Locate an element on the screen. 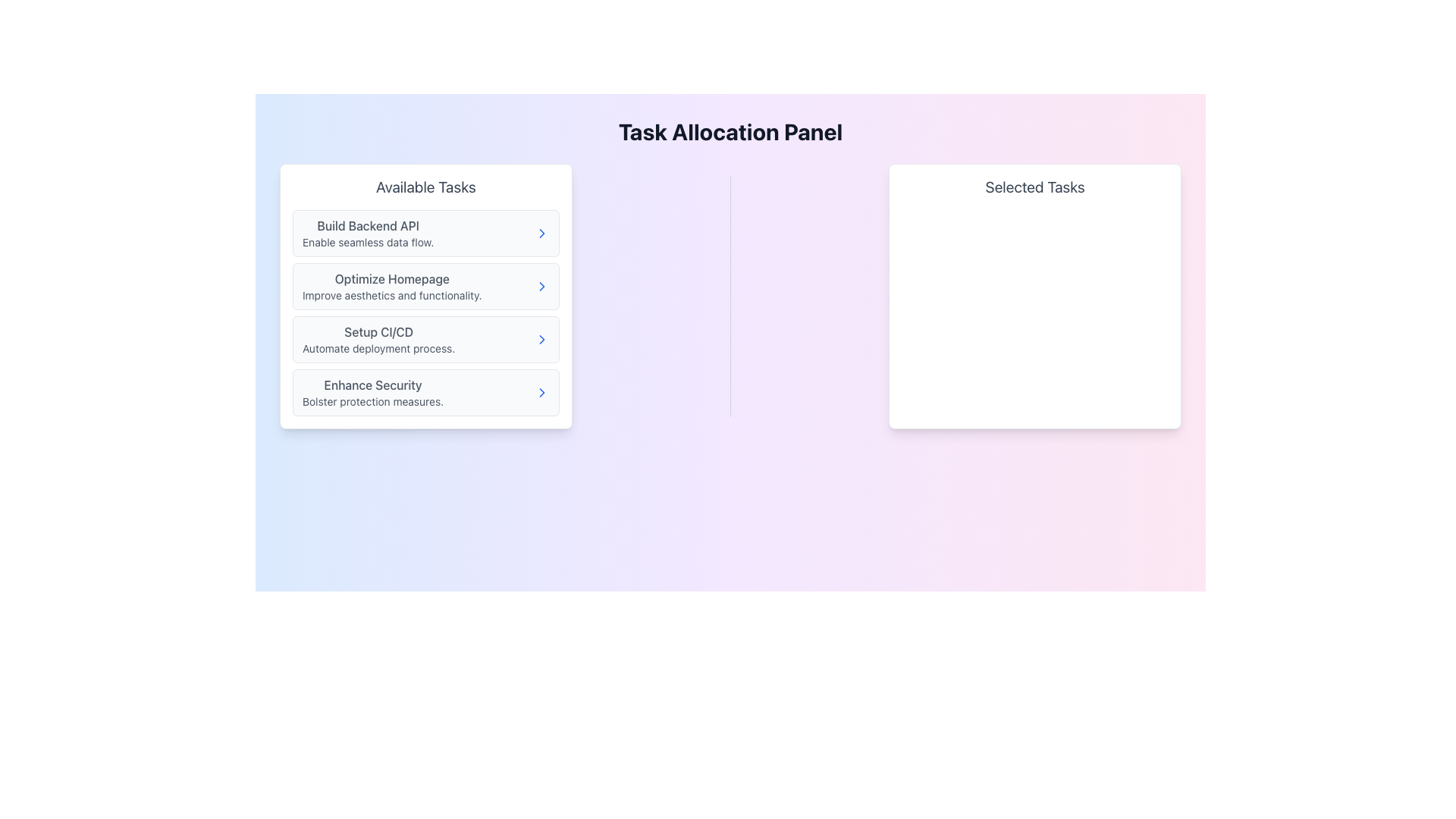  the text element labeled 'Setup CI/CD' in the 'Available Tasks' section is located at coordinates (378, 338).